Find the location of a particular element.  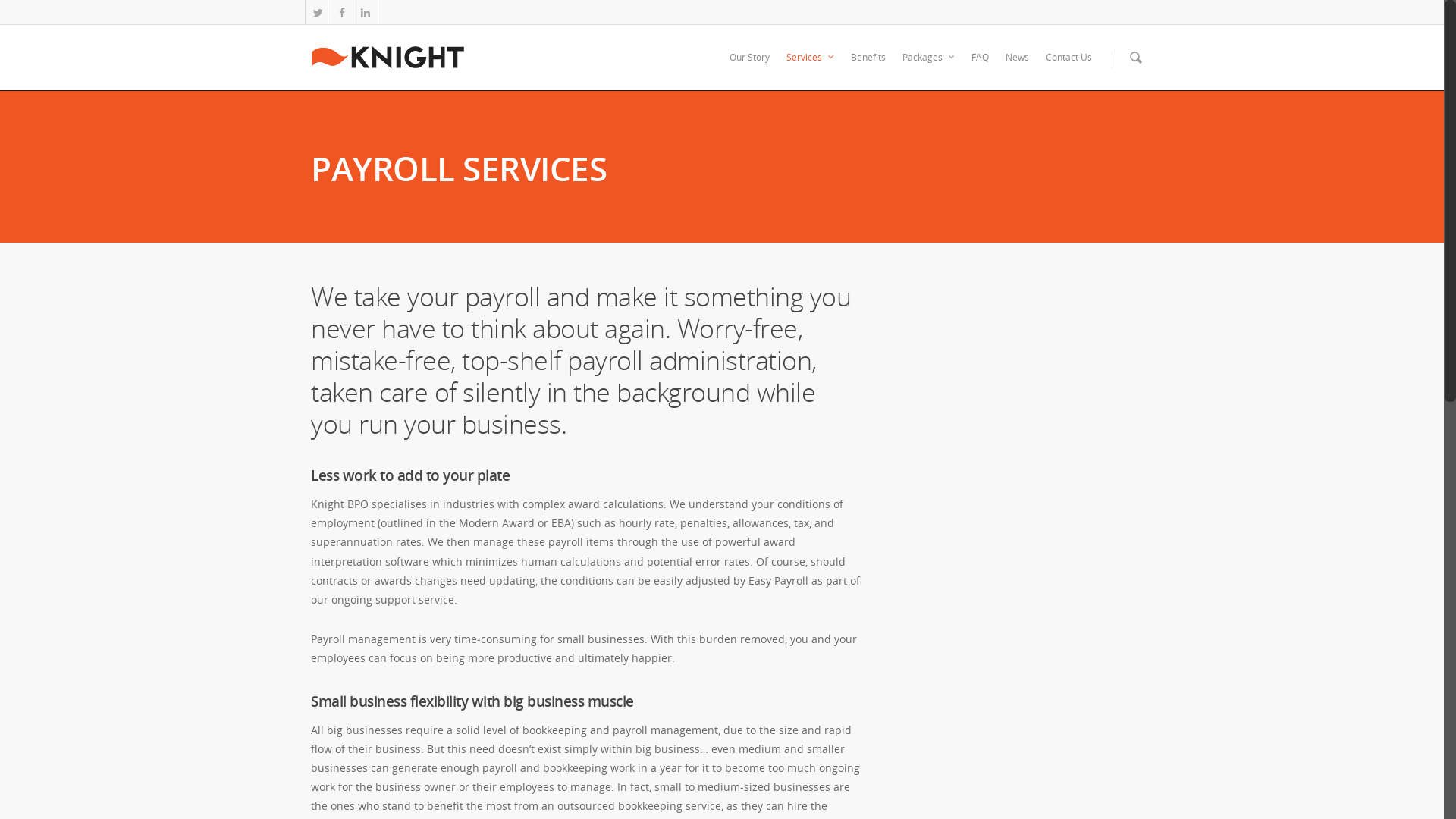

'Services' is located at coordinates (809, 67).